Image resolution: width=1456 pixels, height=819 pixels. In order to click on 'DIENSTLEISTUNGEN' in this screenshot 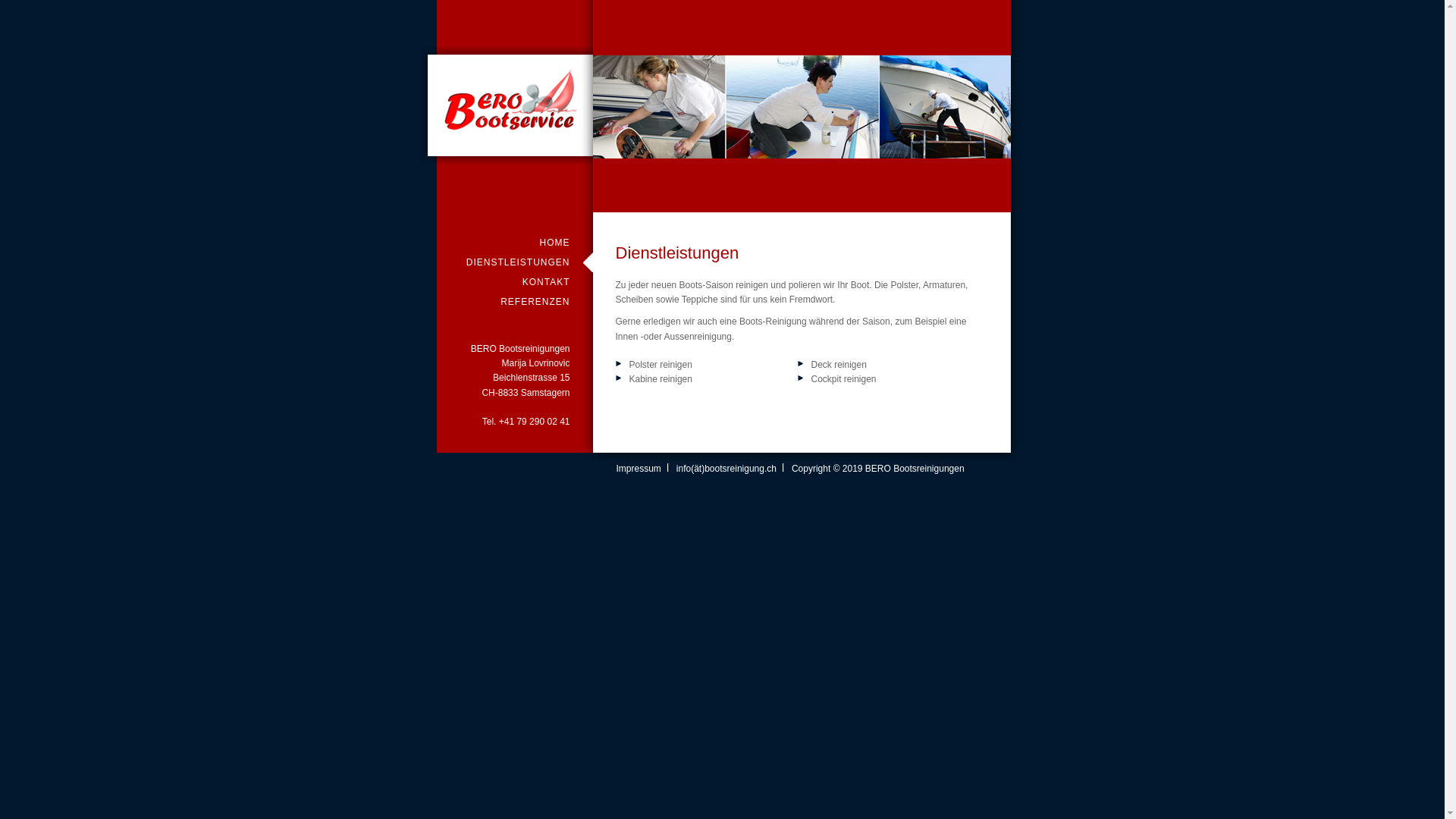, I will do `click(514, 262)`.